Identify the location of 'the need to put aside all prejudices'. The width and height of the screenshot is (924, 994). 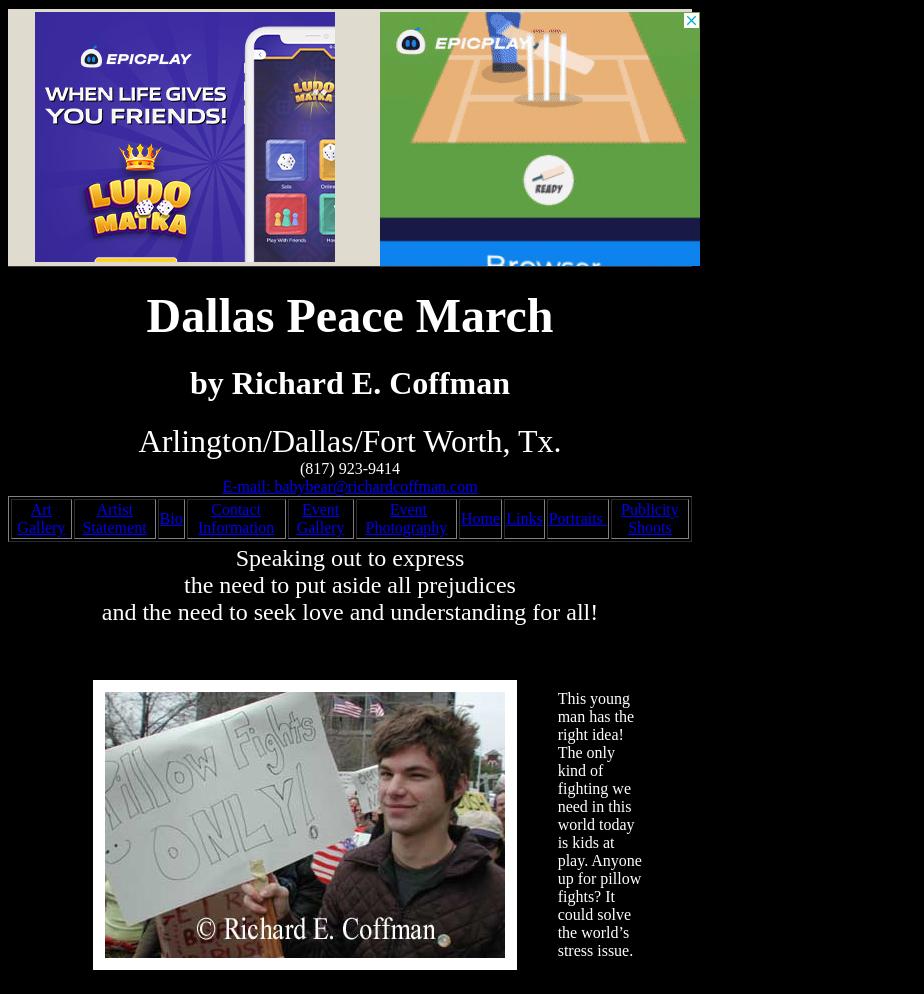
(349, 584).